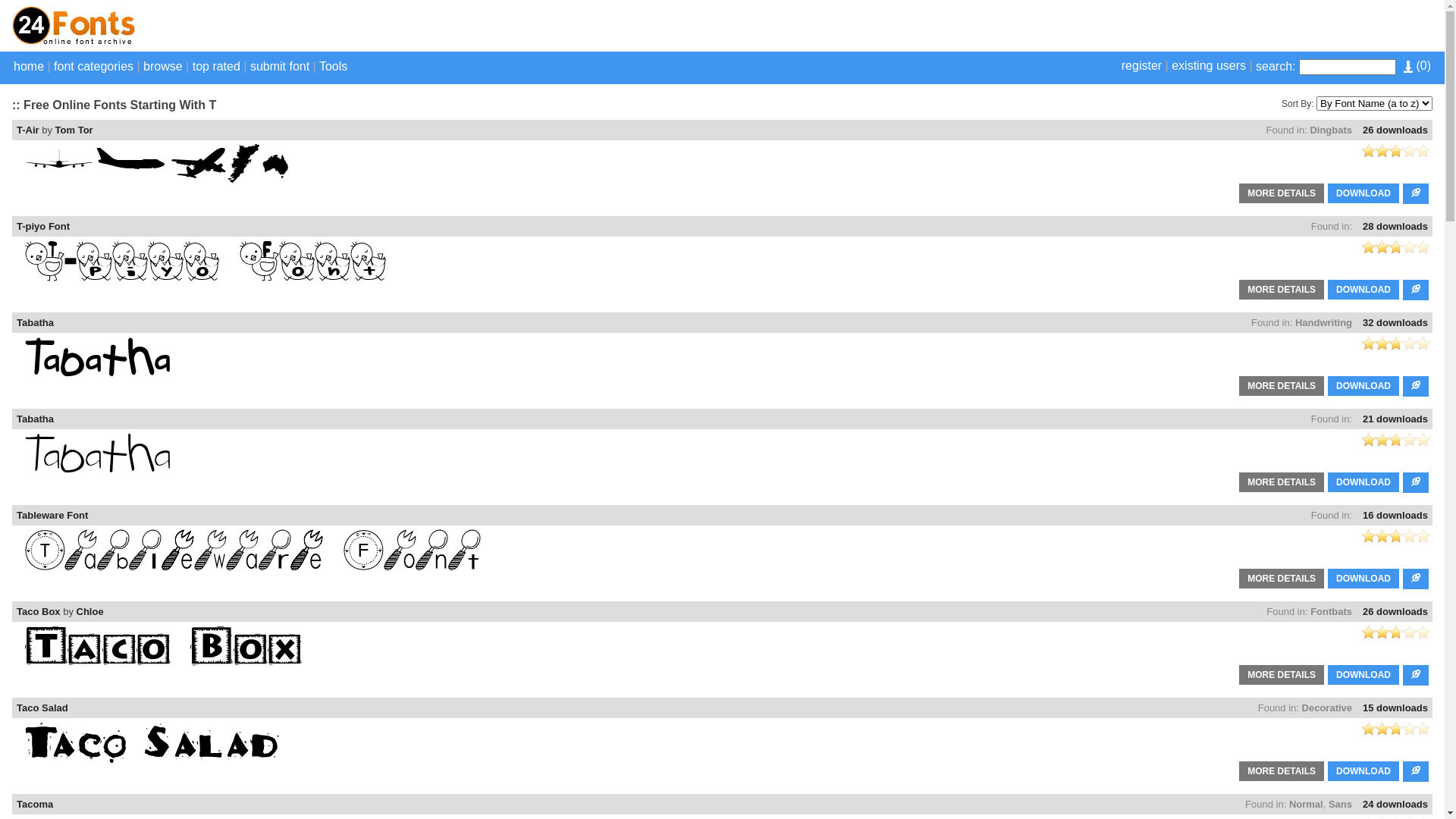 The width and height of the screenshot is (1456, 819). What do you see at coordinates (93, 65) in the screenshot?
I see `'font categories'` at bounding box center [93, 65].